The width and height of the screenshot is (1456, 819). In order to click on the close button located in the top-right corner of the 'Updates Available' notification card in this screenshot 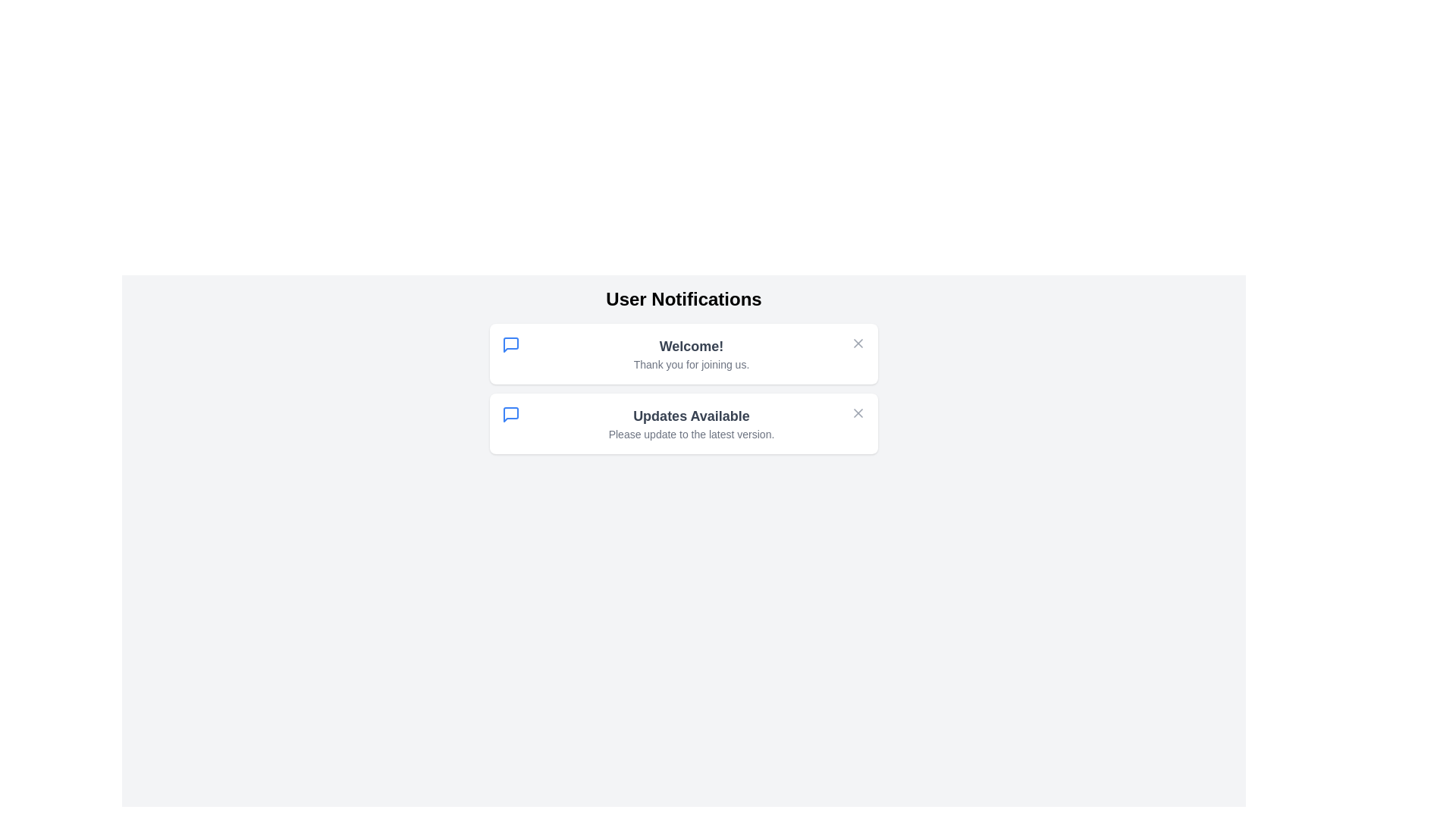, I will do `click(858, 413)`.